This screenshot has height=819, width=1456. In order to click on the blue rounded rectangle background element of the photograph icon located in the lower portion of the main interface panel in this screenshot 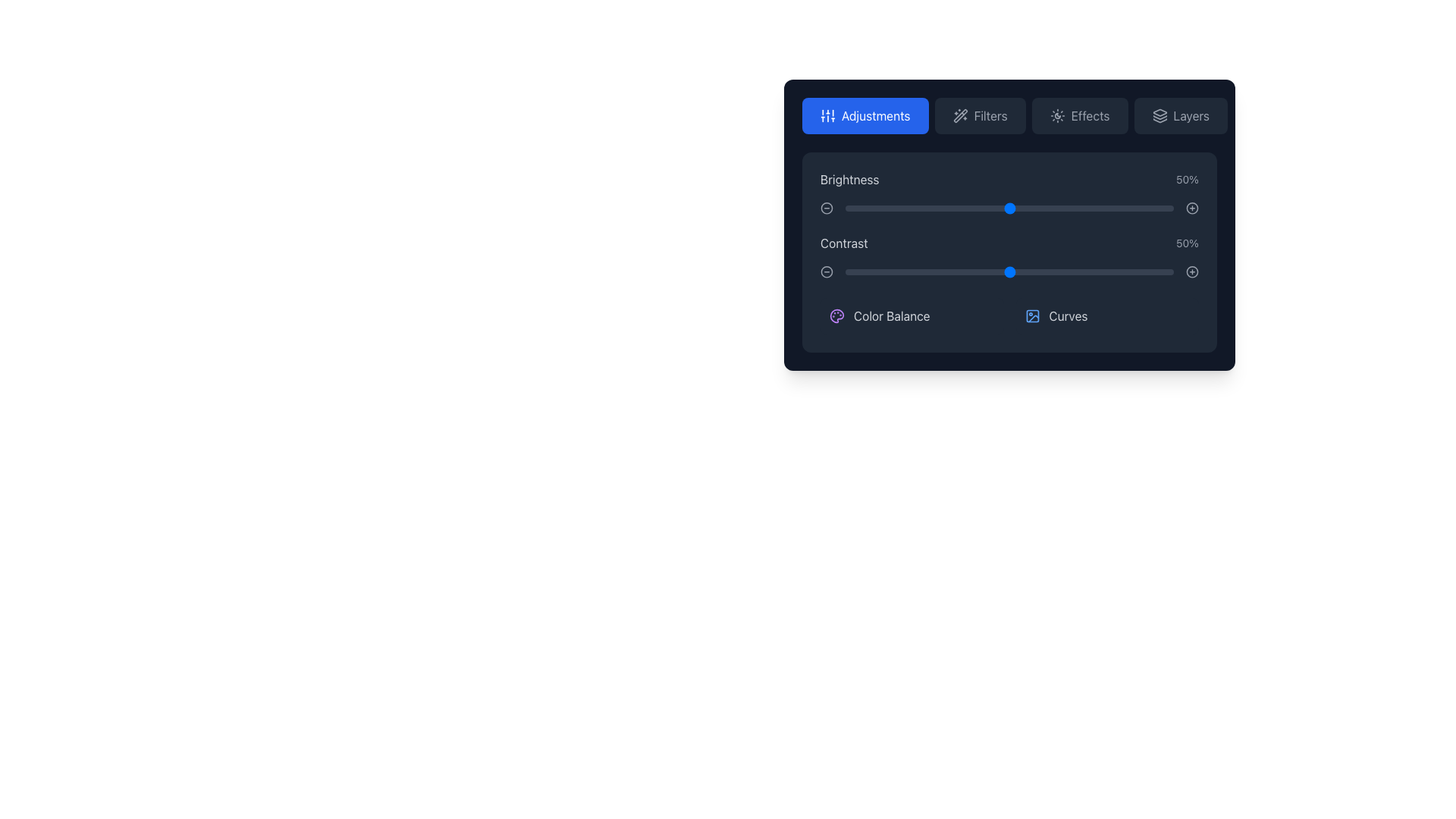, I will do `click(1031, 315)`.